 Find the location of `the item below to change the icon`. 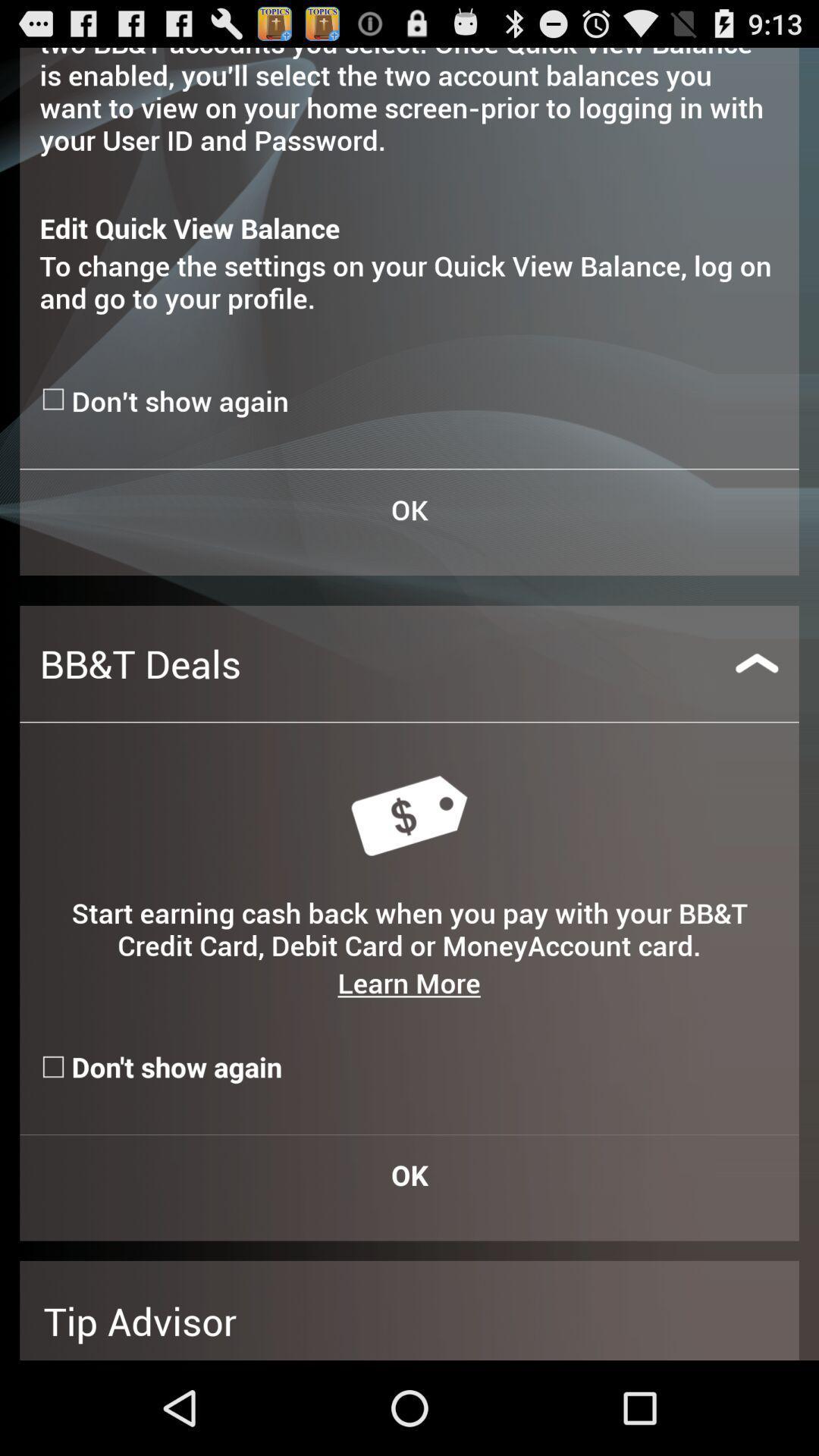

the item below to change the icon is located at coordinates (55, 399).